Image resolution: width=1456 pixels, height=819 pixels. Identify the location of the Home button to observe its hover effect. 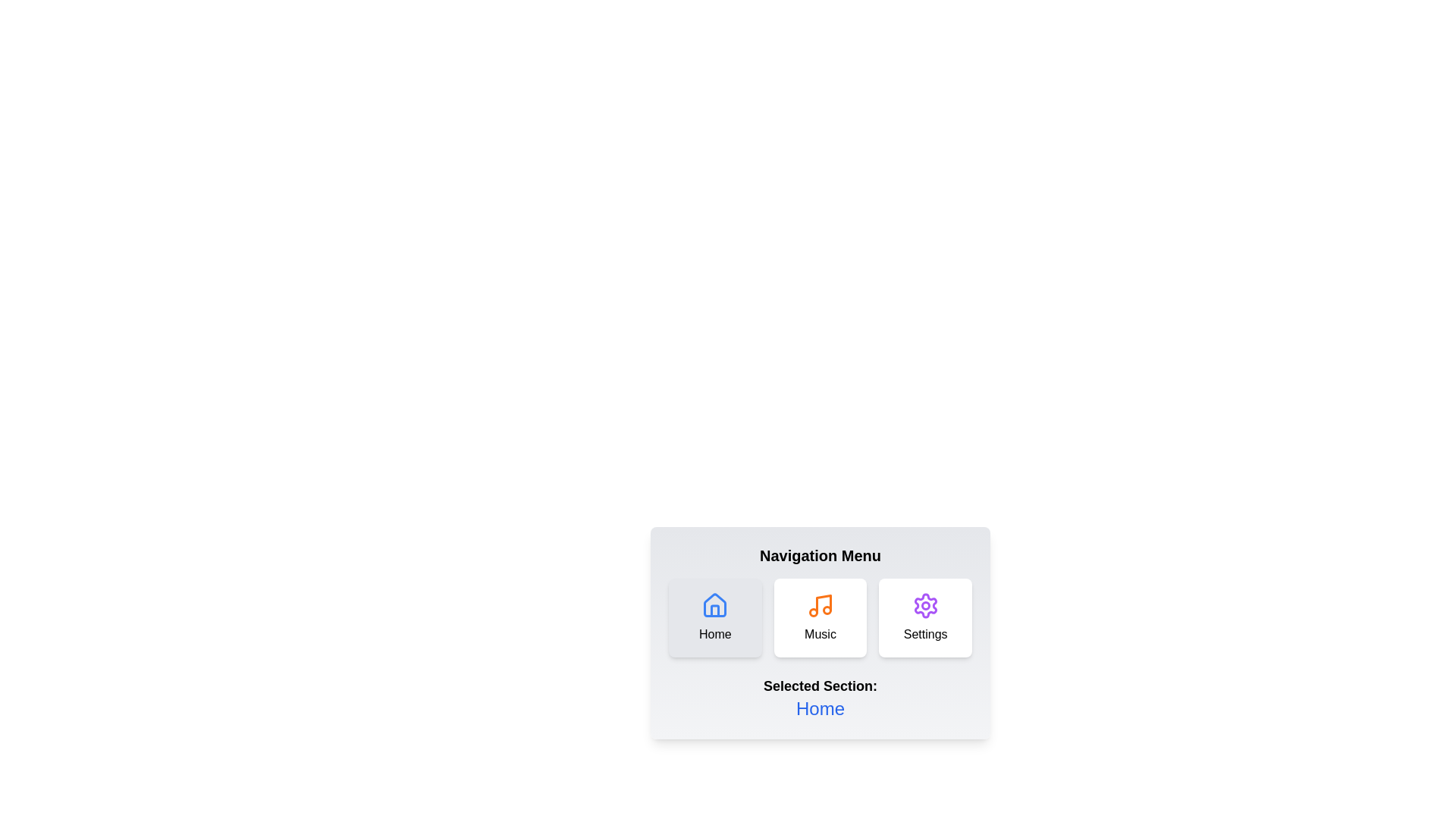
(714, 617).